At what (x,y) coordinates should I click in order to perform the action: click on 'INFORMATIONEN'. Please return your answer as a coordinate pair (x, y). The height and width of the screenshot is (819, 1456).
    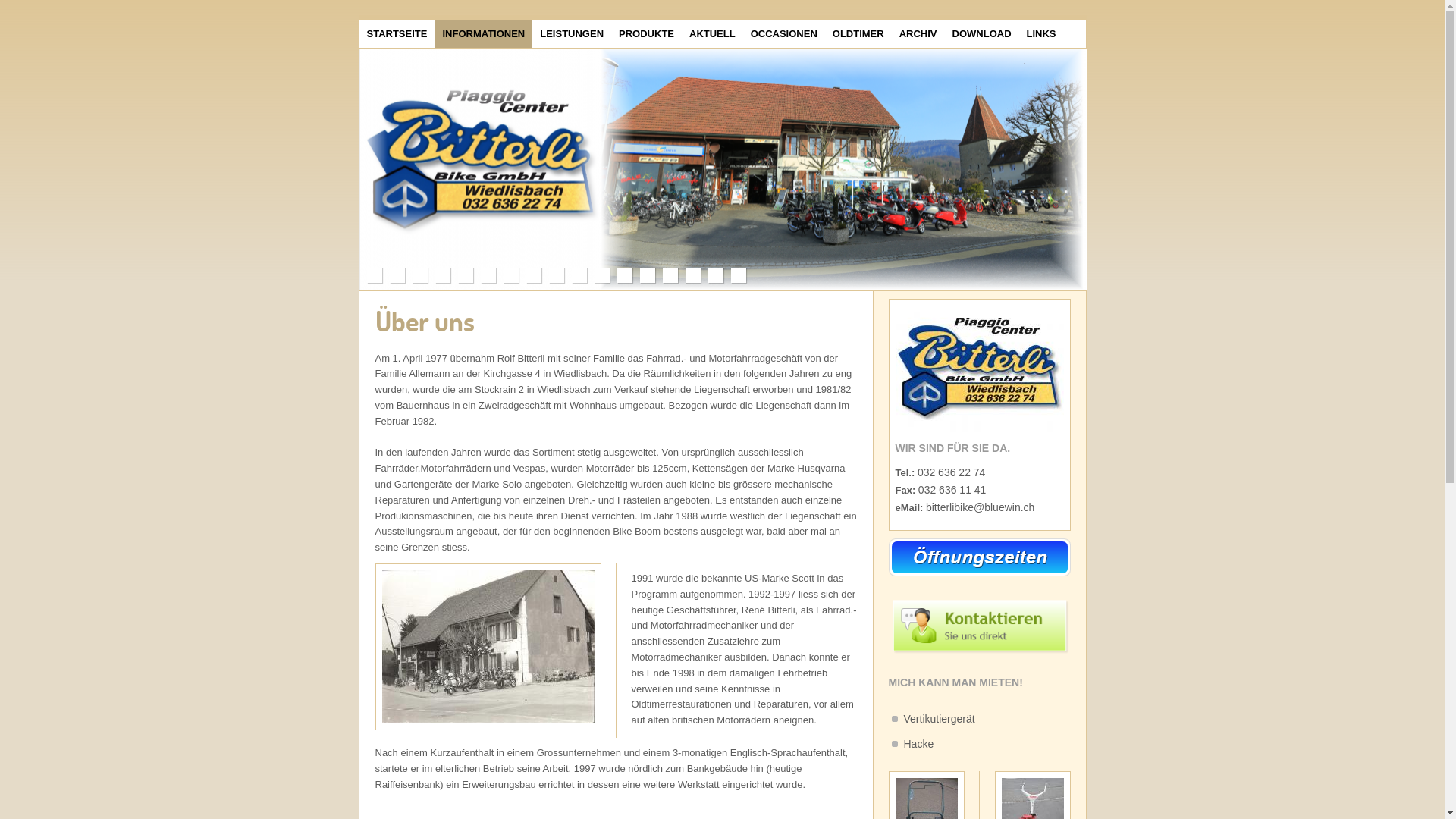
    Looking at the image, I should click on (433, 33).